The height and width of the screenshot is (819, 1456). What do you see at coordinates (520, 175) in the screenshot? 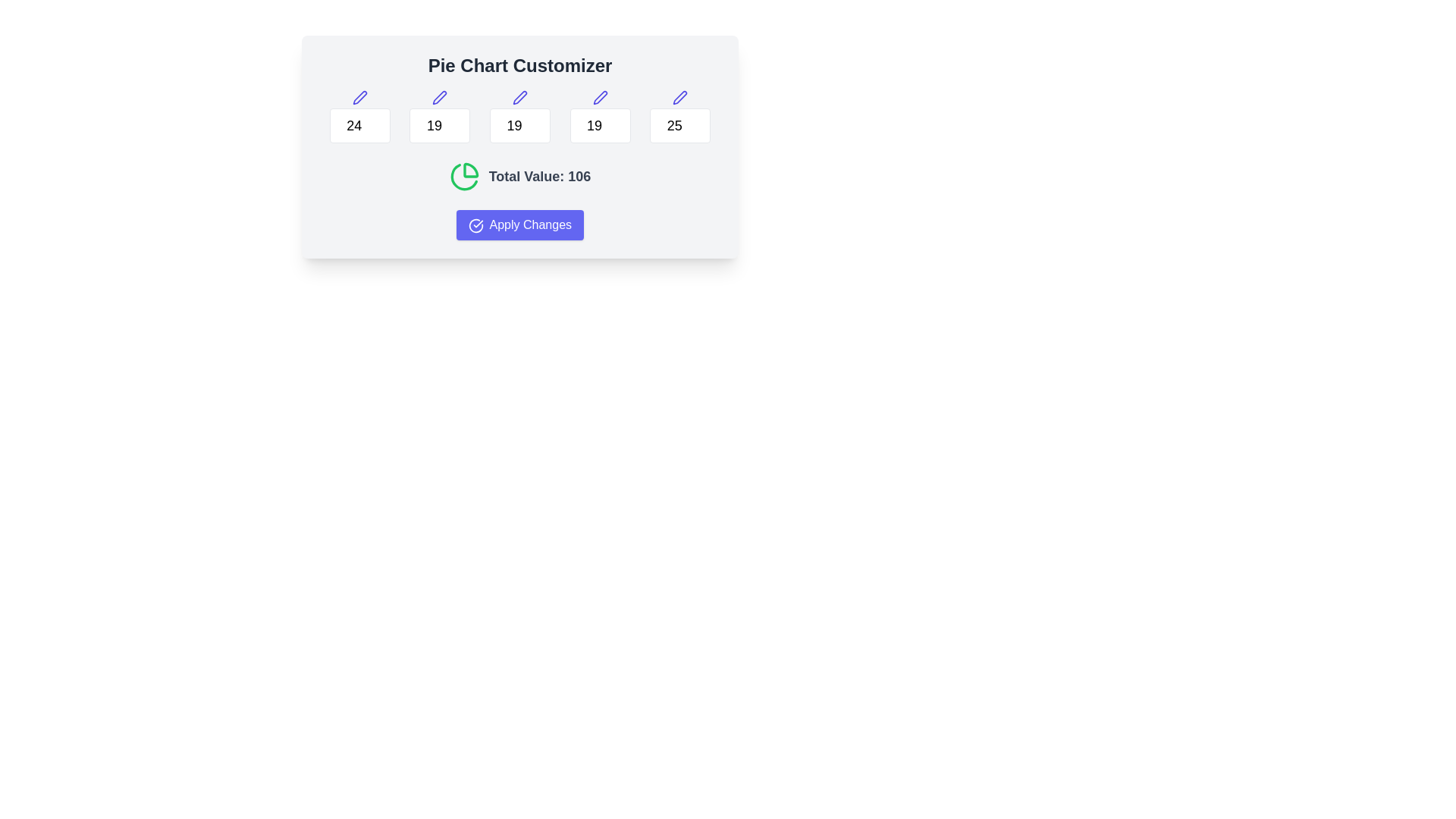
I see `the Text and Icon Display with the green pie chart icon and label 'Total Value: 106'` at bounding box center [520, 175].